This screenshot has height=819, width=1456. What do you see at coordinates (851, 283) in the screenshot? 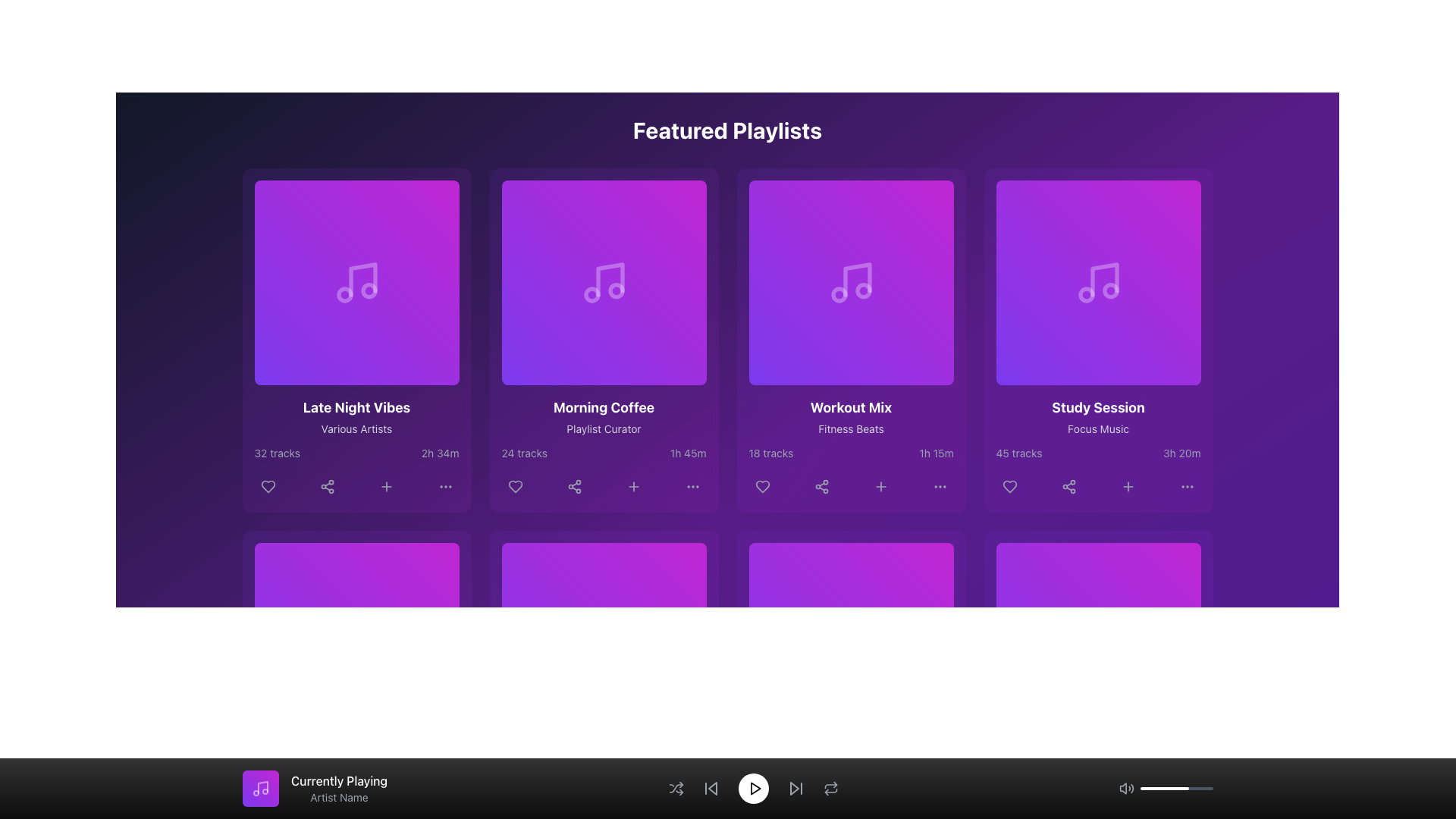
I see `the music note icon located in the third card from the left in the 'Featured Playlists' section, which is centered in the card's purple gradient background area` at bounding box center [851, 283].